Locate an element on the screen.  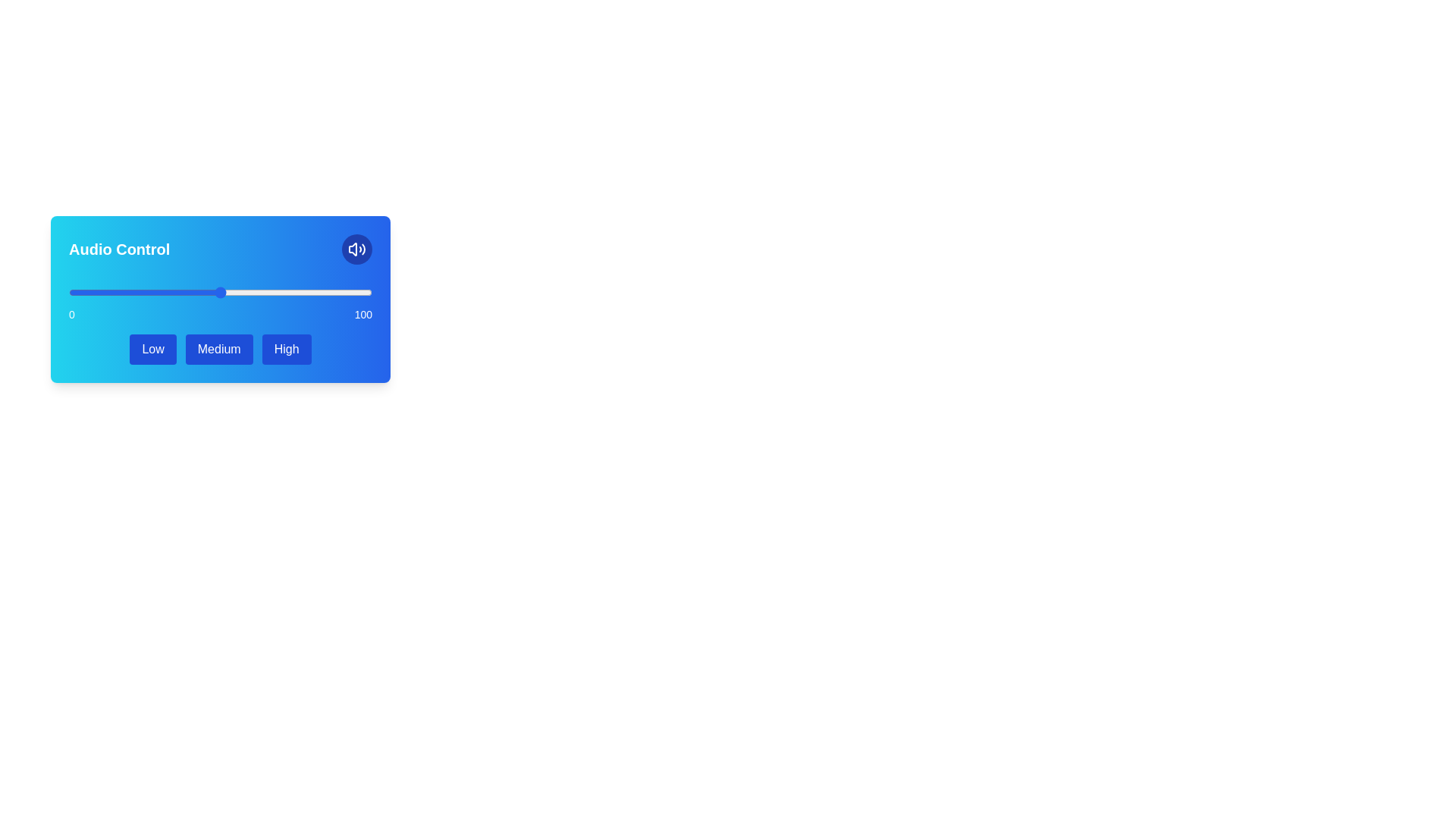
the slider value is located at coordinates (272, 292).